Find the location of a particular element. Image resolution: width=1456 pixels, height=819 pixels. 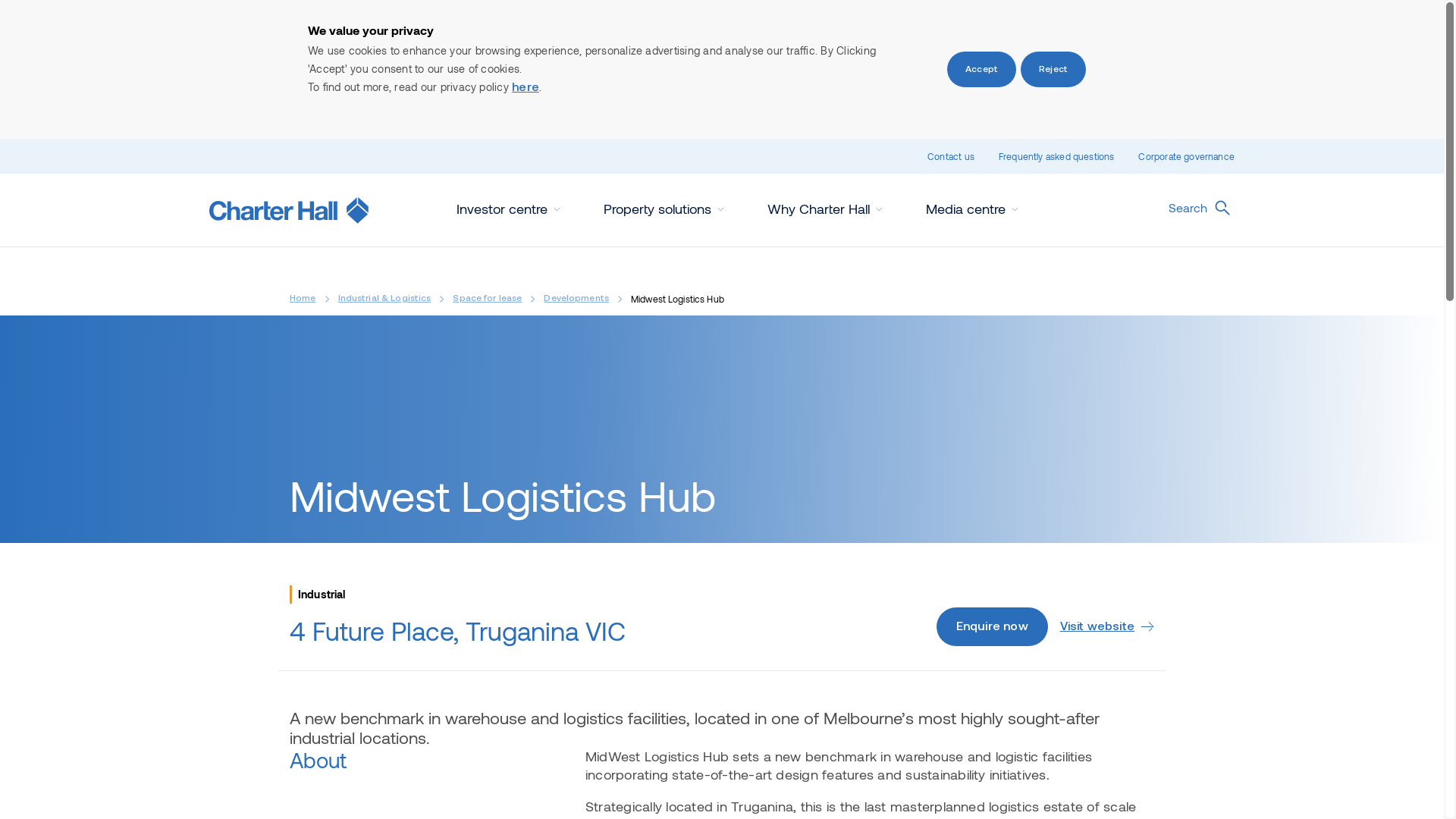

'Accept' is located at coordinates (981, 69).